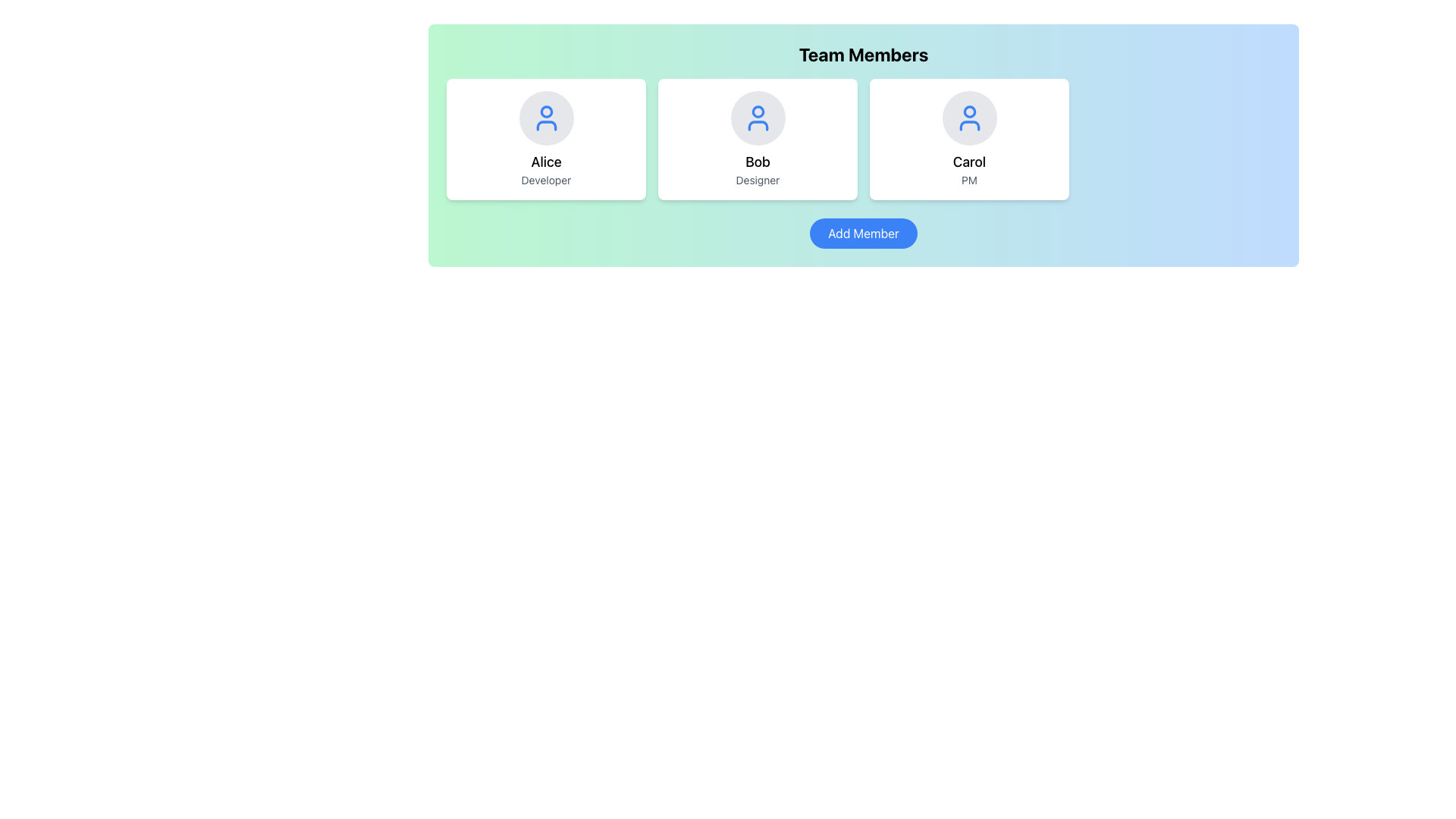 The image size is (1456, 819). What do you see at coordinates (758, 117) in the screenshot?
I see `the Profile Icon or Avatar Placeholder located at the center-top of the 'Bob Designer' card, which is a circular visual element above the text 'Bob.'` at bounding box center [758, 117].